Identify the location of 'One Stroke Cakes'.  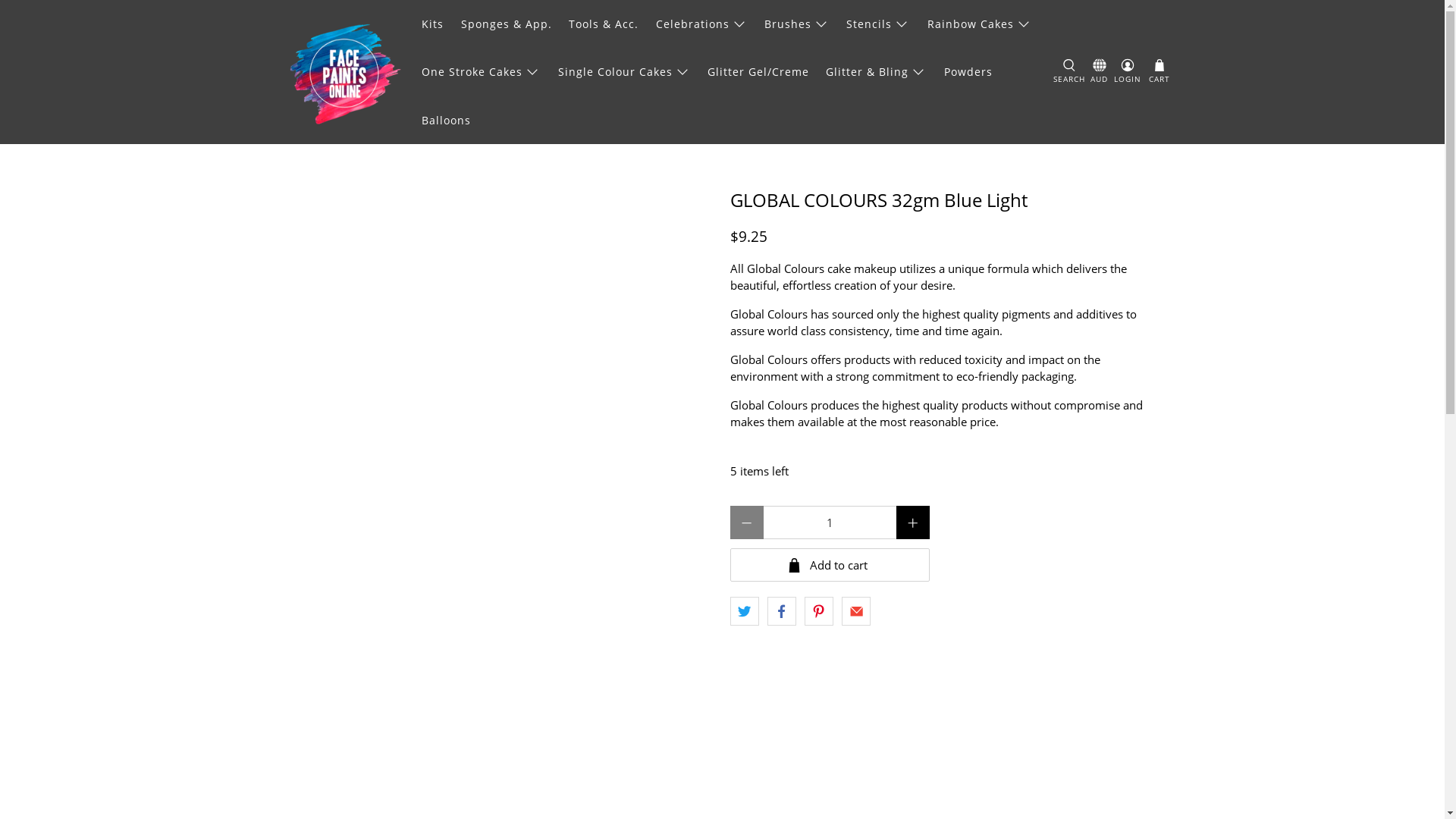
(480, 71).